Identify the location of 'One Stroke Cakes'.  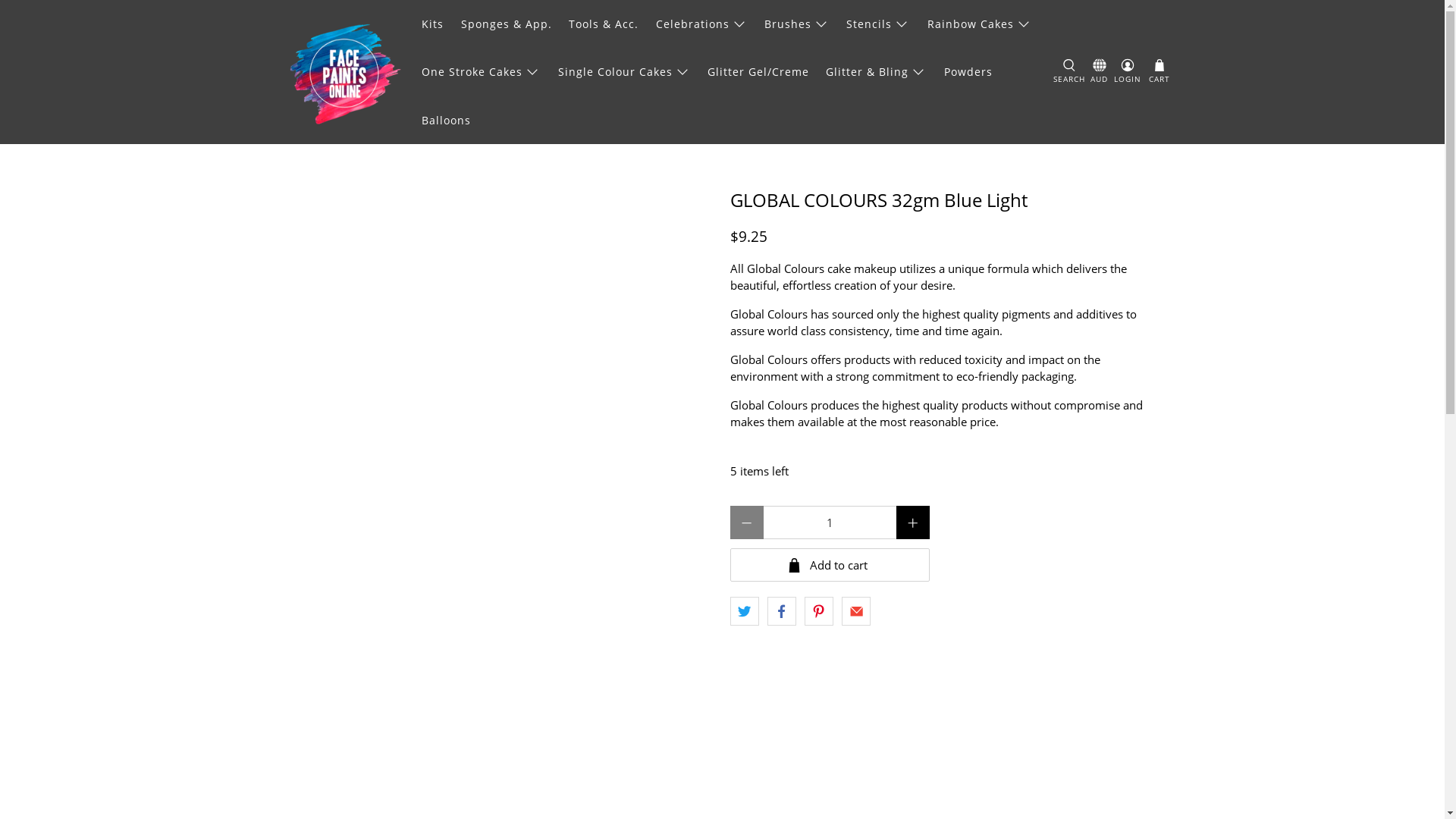
(480, 71).